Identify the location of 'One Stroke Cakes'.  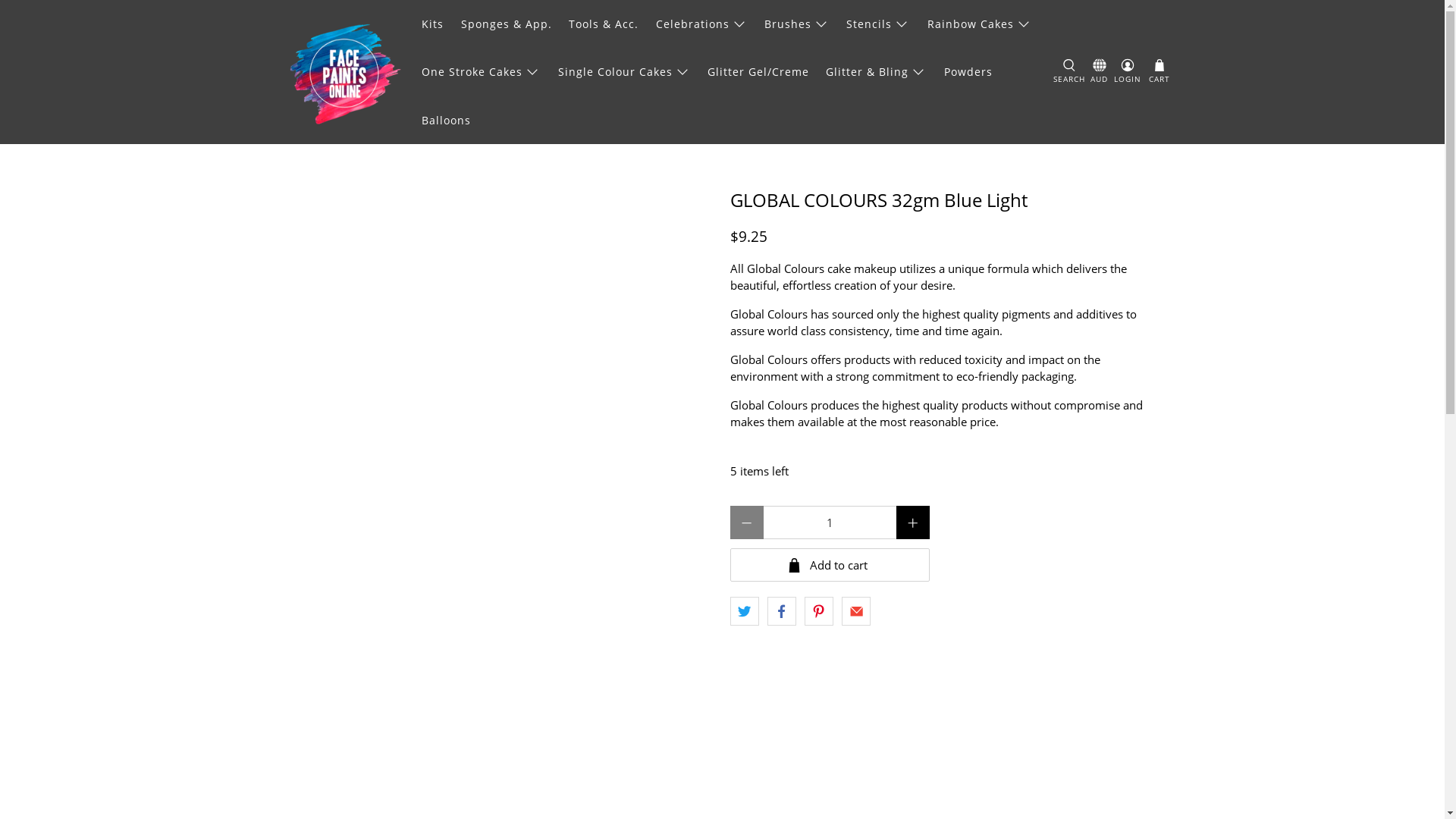
(480, 71).